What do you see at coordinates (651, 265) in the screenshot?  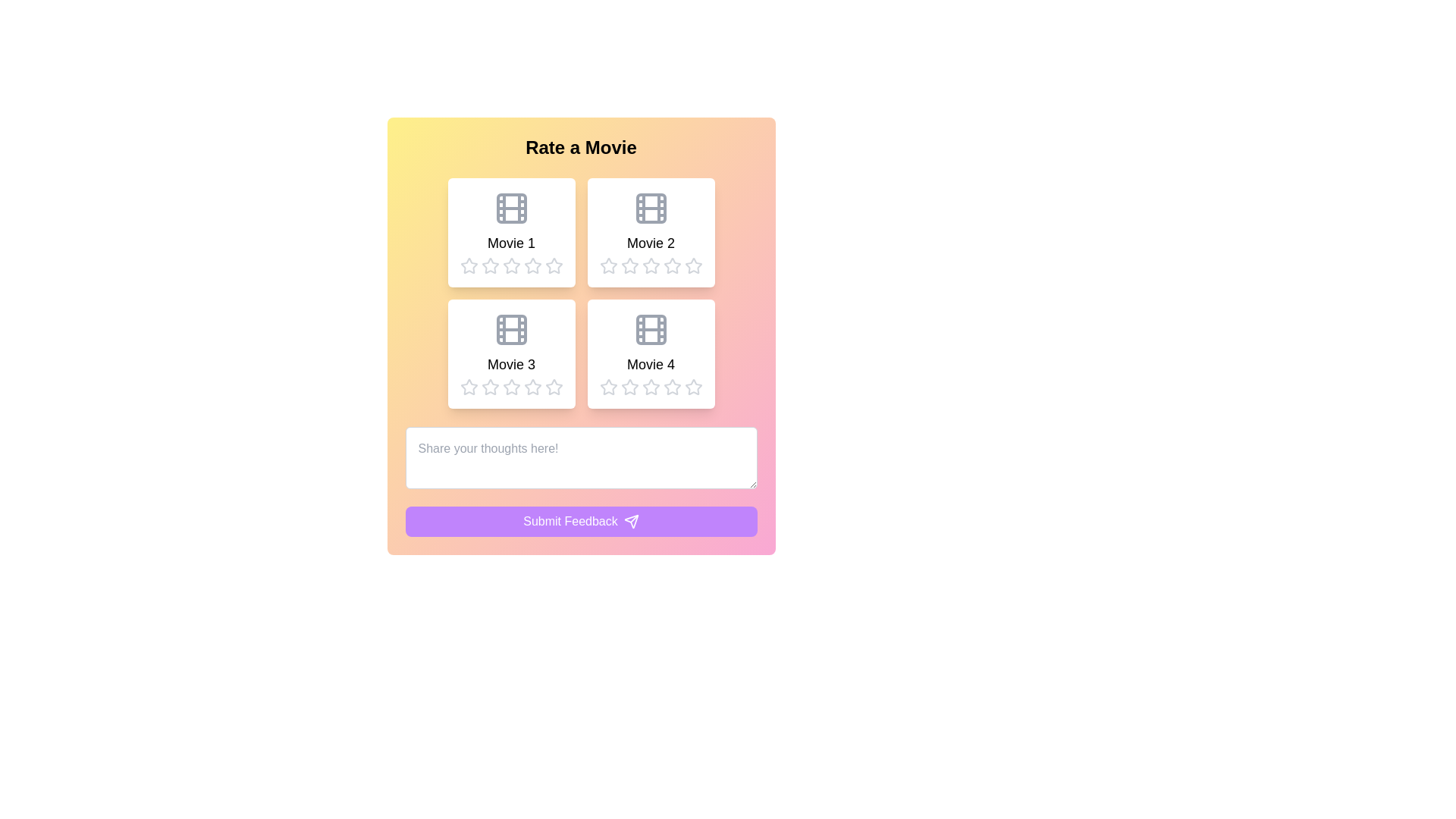 I see `the fourth star-shaped rating button in light gray color, located beneath the 'Movie 2' label in the second column of the top row of movies, to rate it` at bounding box center [651, 265].